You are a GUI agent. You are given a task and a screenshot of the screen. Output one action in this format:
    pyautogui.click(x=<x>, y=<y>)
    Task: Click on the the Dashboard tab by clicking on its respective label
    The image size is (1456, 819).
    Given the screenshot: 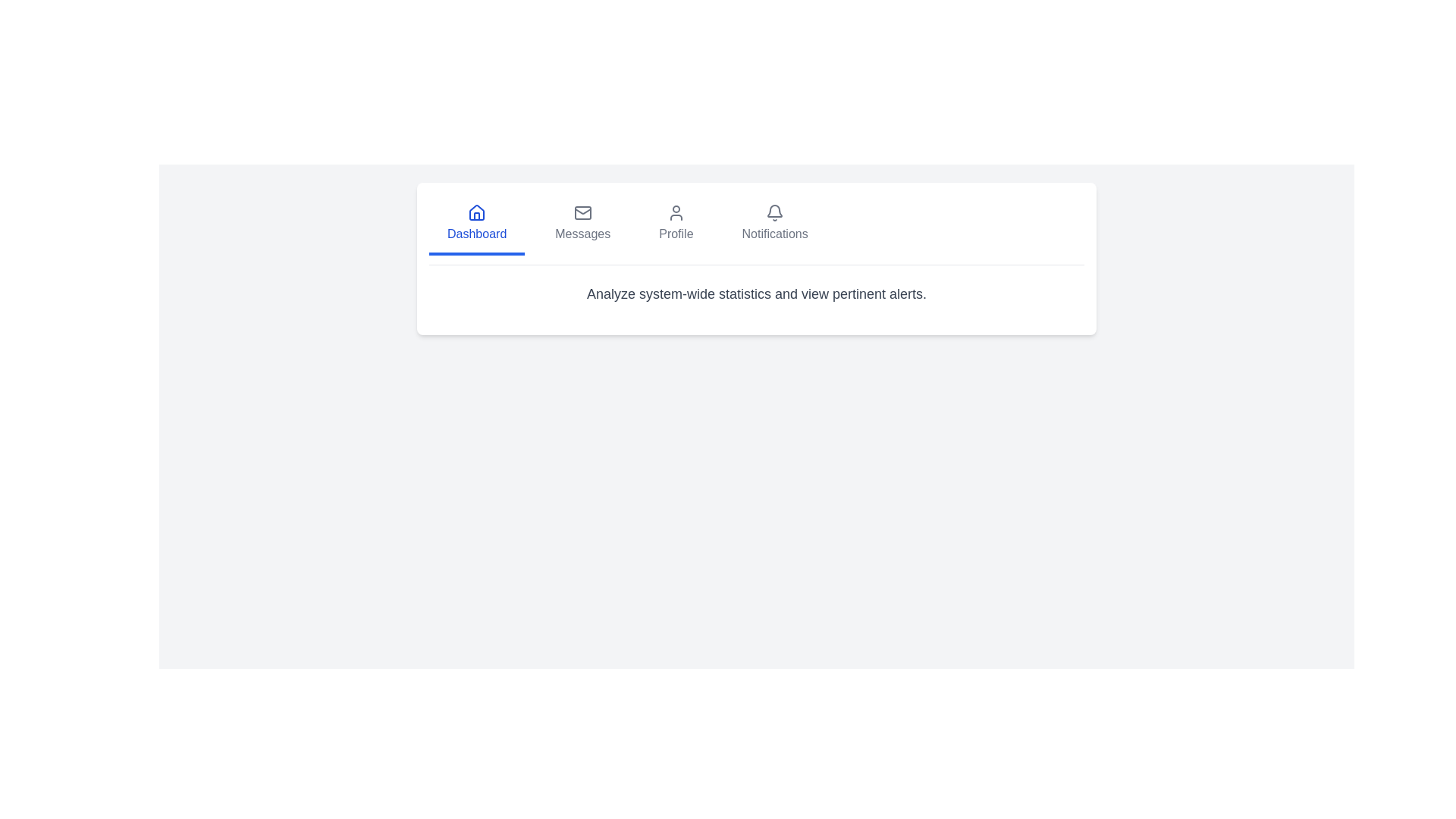 What is the action you would take?
    pyautogui.click(x=475, y=225)
    